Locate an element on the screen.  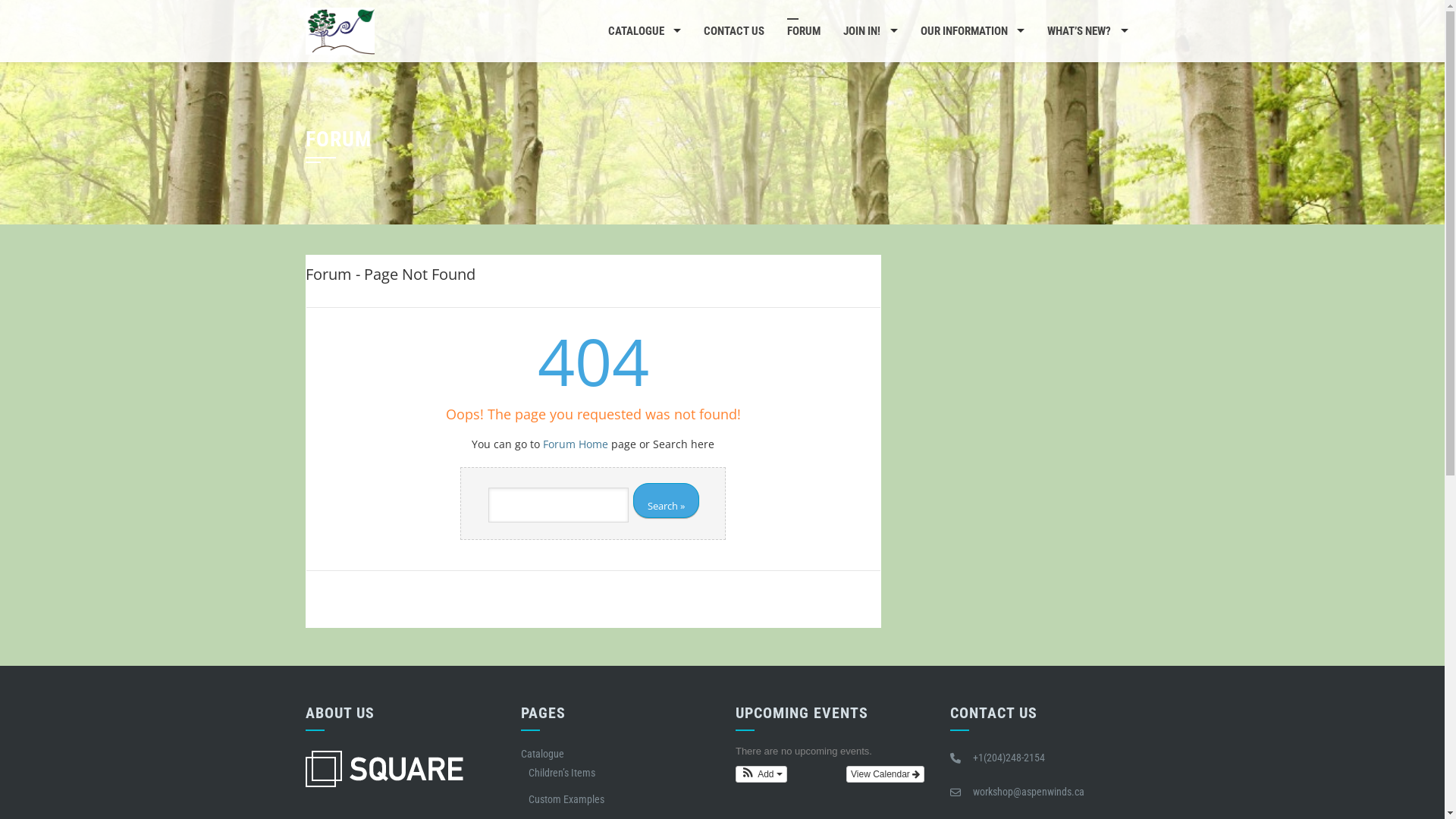
'JOIN IN!' is located at coordinates (831, 31).